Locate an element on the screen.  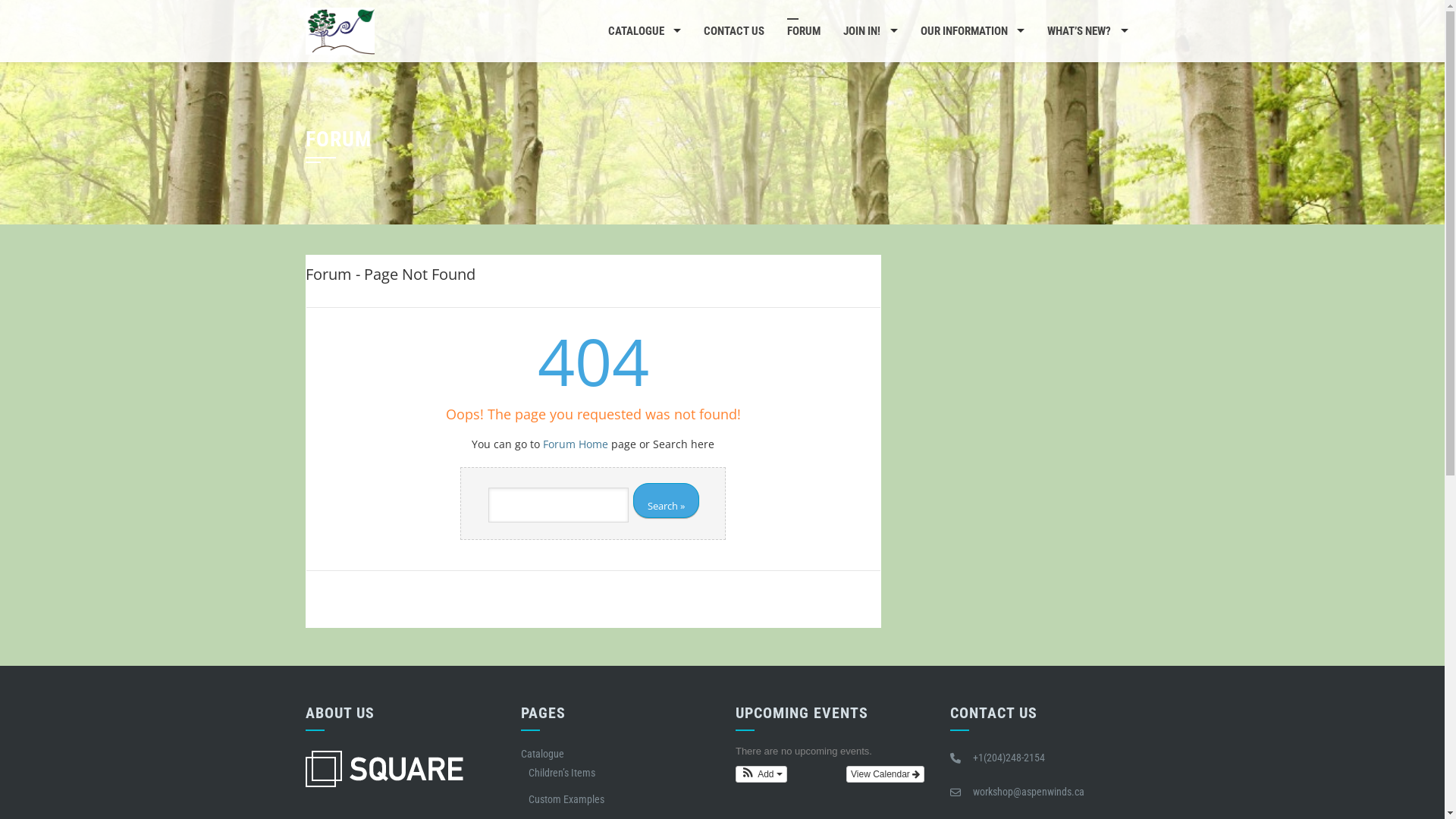
'JOIN IN!' is located at coordinates (831, 31).